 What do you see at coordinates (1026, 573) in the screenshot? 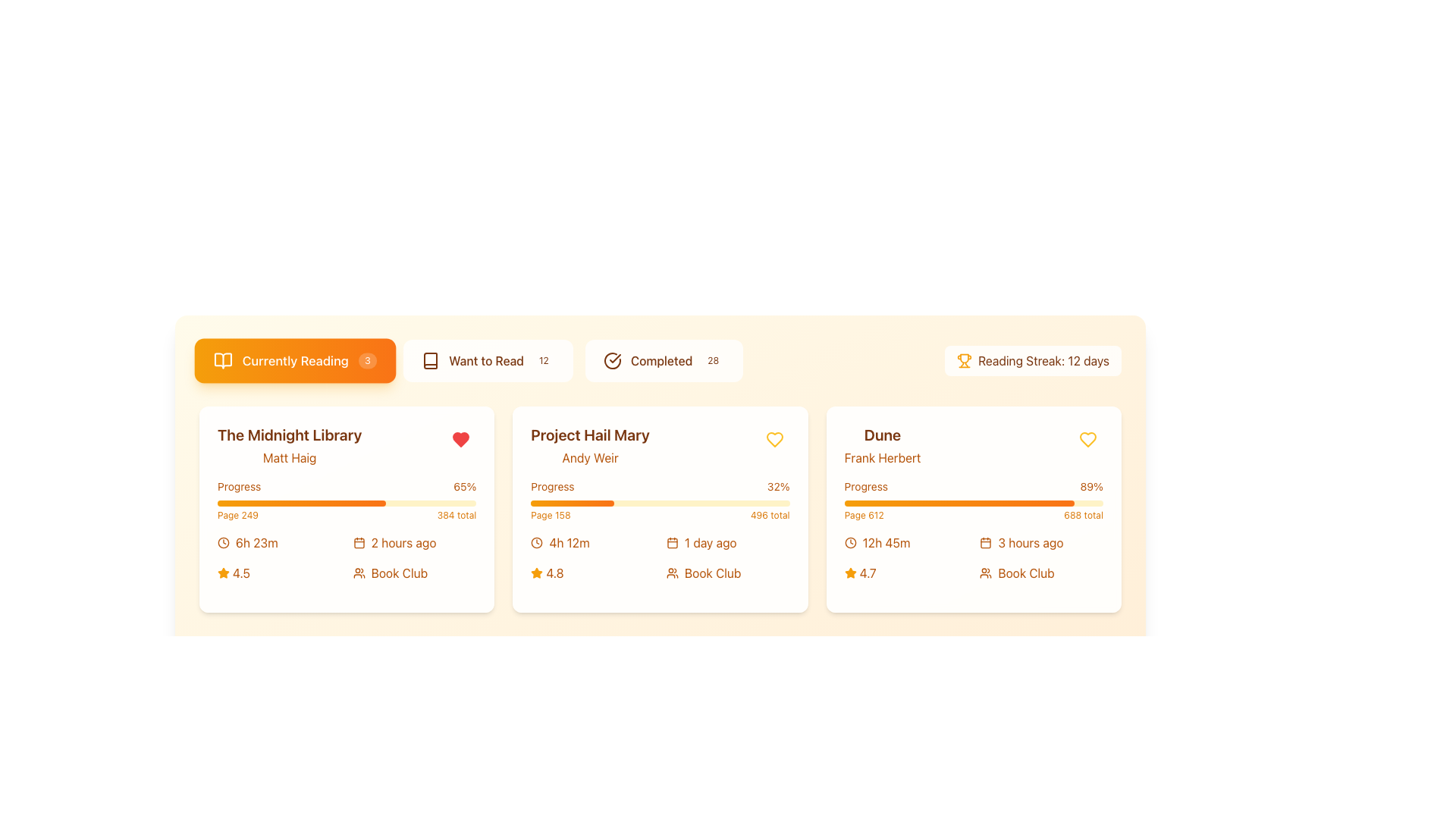
I see `the 'Book Club' text label associated with the book 'Dune' by Frank Herbert to highlight the text` at bounding box center [1026, 573].